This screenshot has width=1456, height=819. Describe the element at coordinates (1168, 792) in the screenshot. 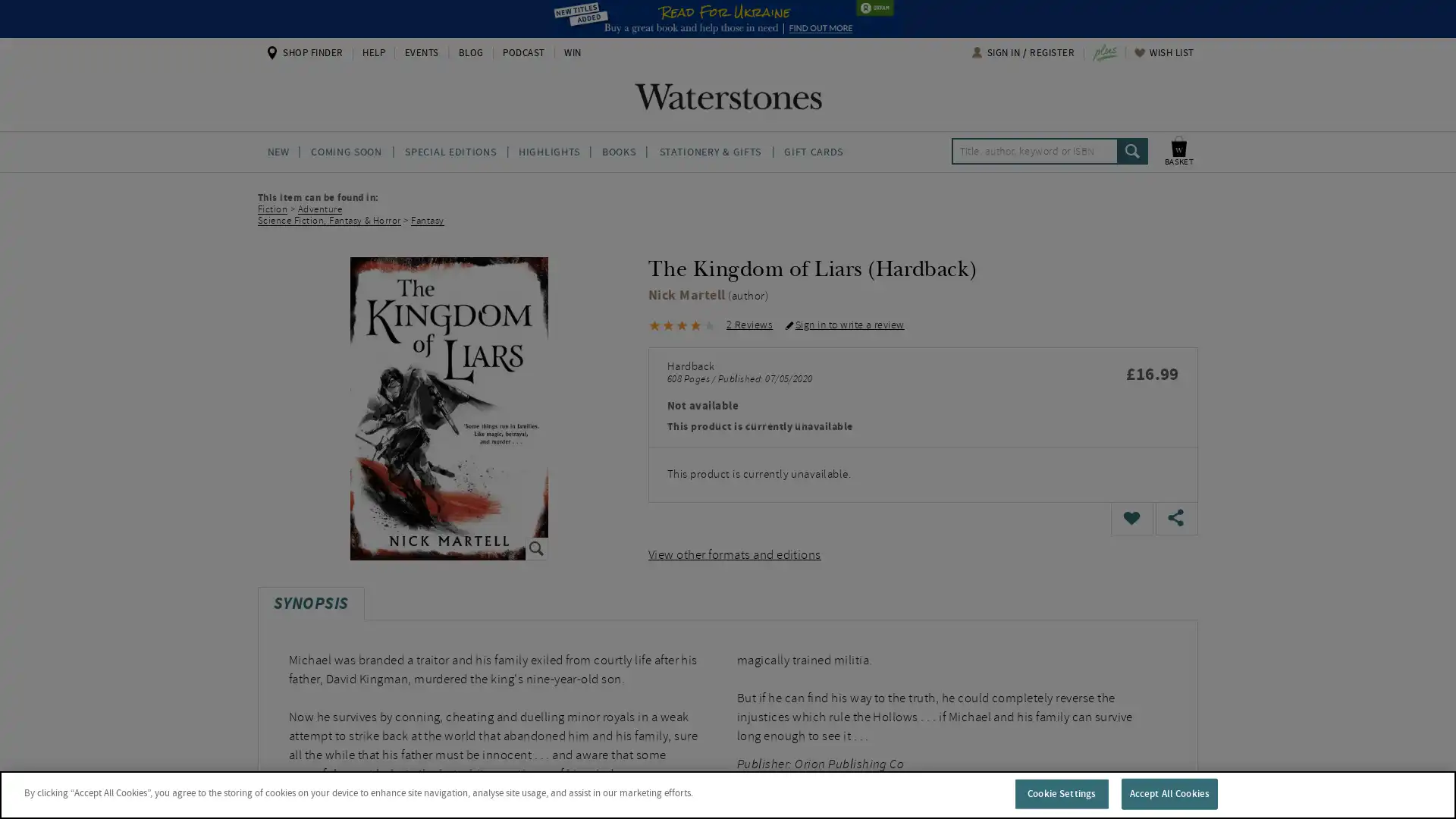

I see `Accept All Cookies` at that location.